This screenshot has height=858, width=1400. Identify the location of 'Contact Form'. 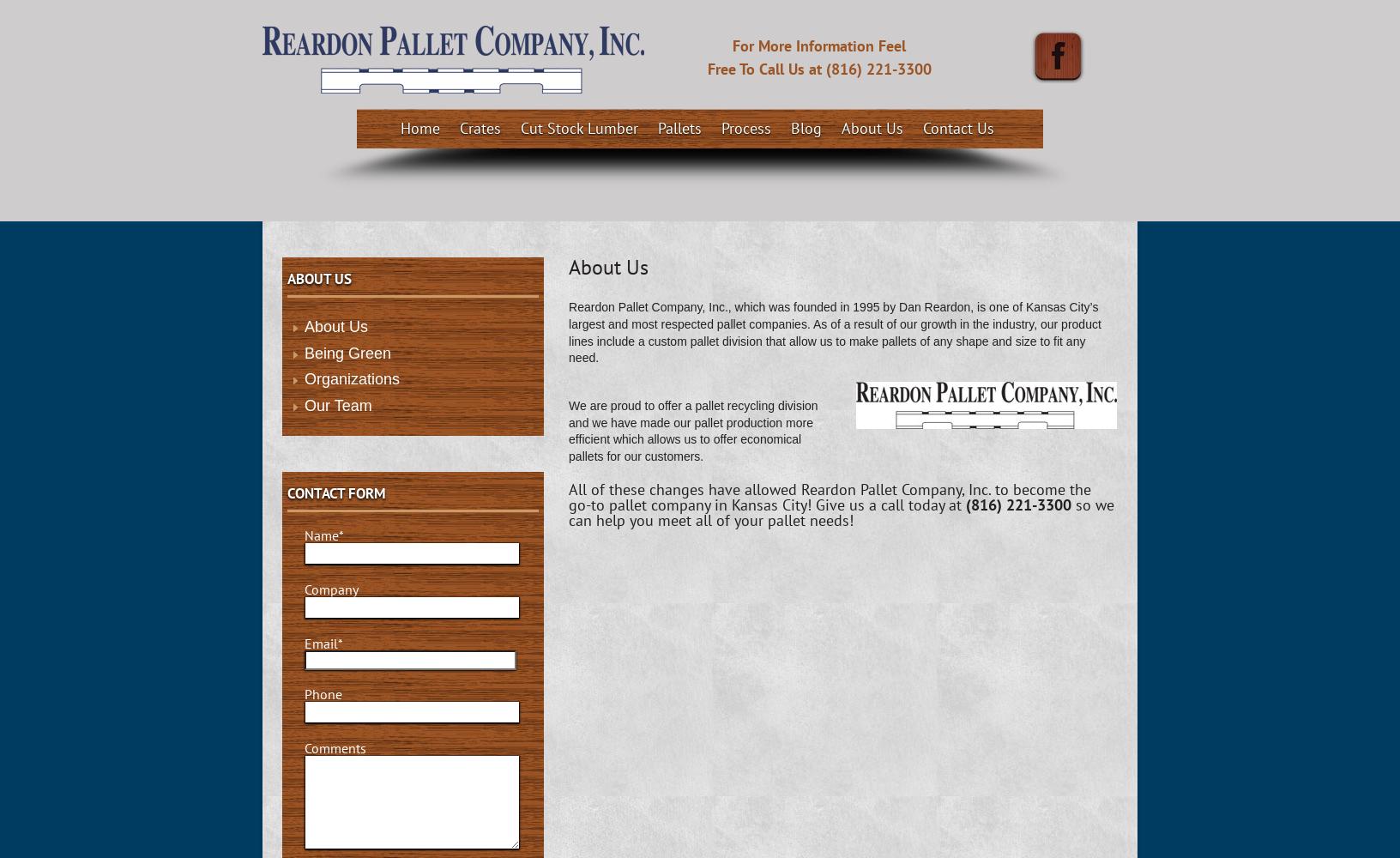
(336, 492).